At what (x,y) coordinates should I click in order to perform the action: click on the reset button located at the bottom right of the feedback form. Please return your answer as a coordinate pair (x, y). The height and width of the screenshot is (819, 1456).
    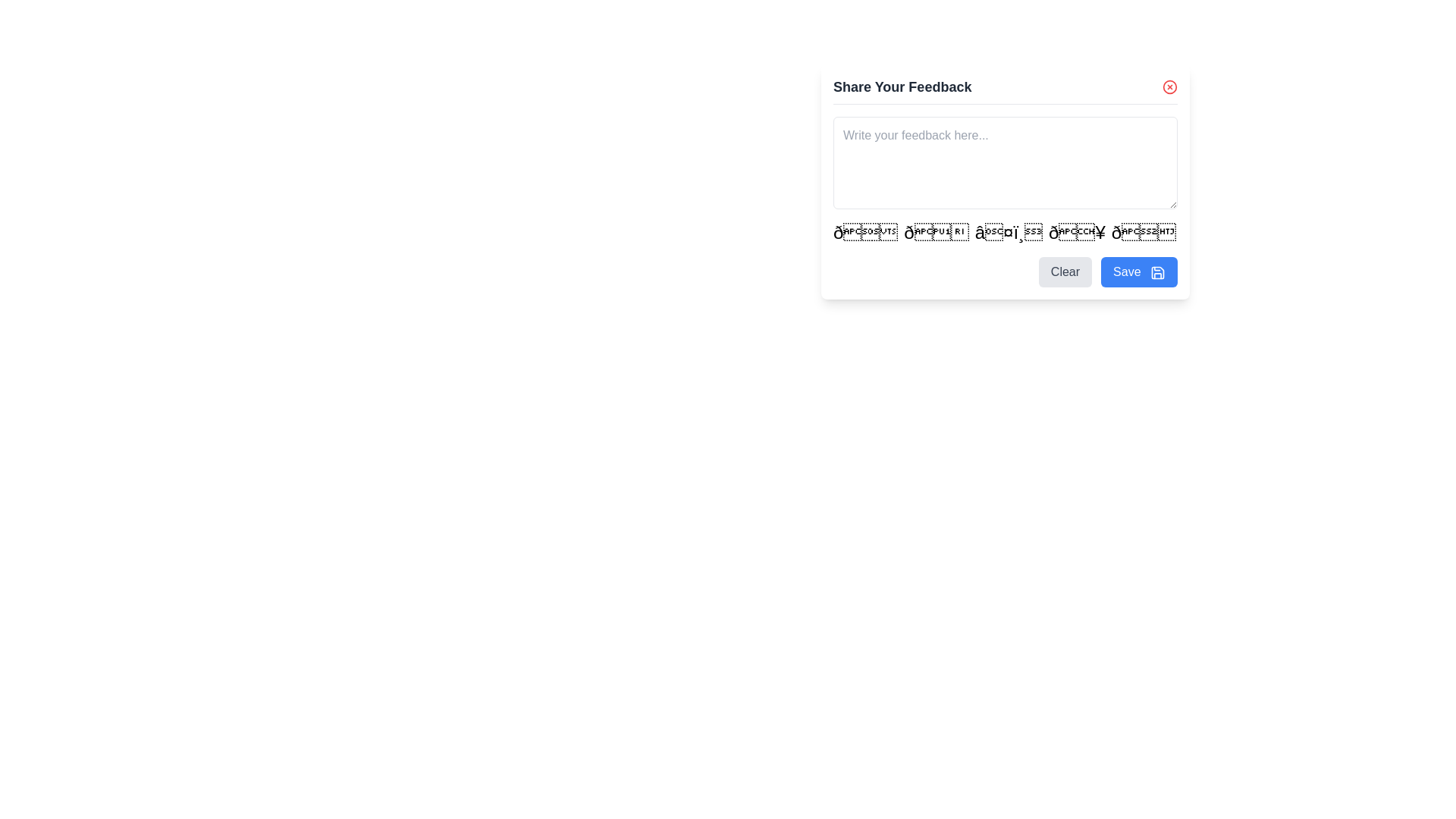
    Looking at the image, I should click on (1065, 271).